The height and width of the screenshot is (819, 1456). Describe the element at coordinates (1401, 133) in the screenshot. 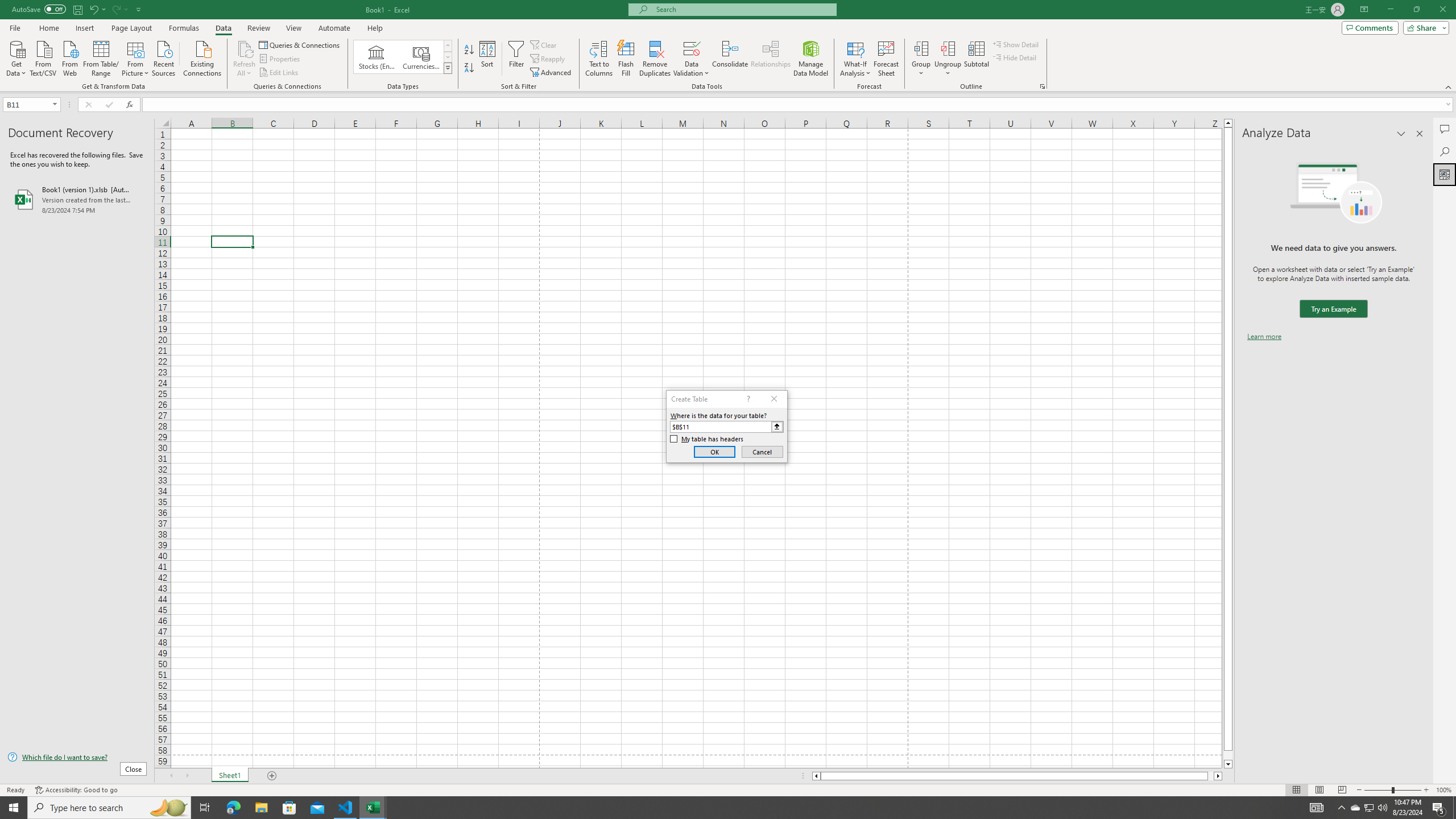

I see `'Task Pane Options'` at that location.